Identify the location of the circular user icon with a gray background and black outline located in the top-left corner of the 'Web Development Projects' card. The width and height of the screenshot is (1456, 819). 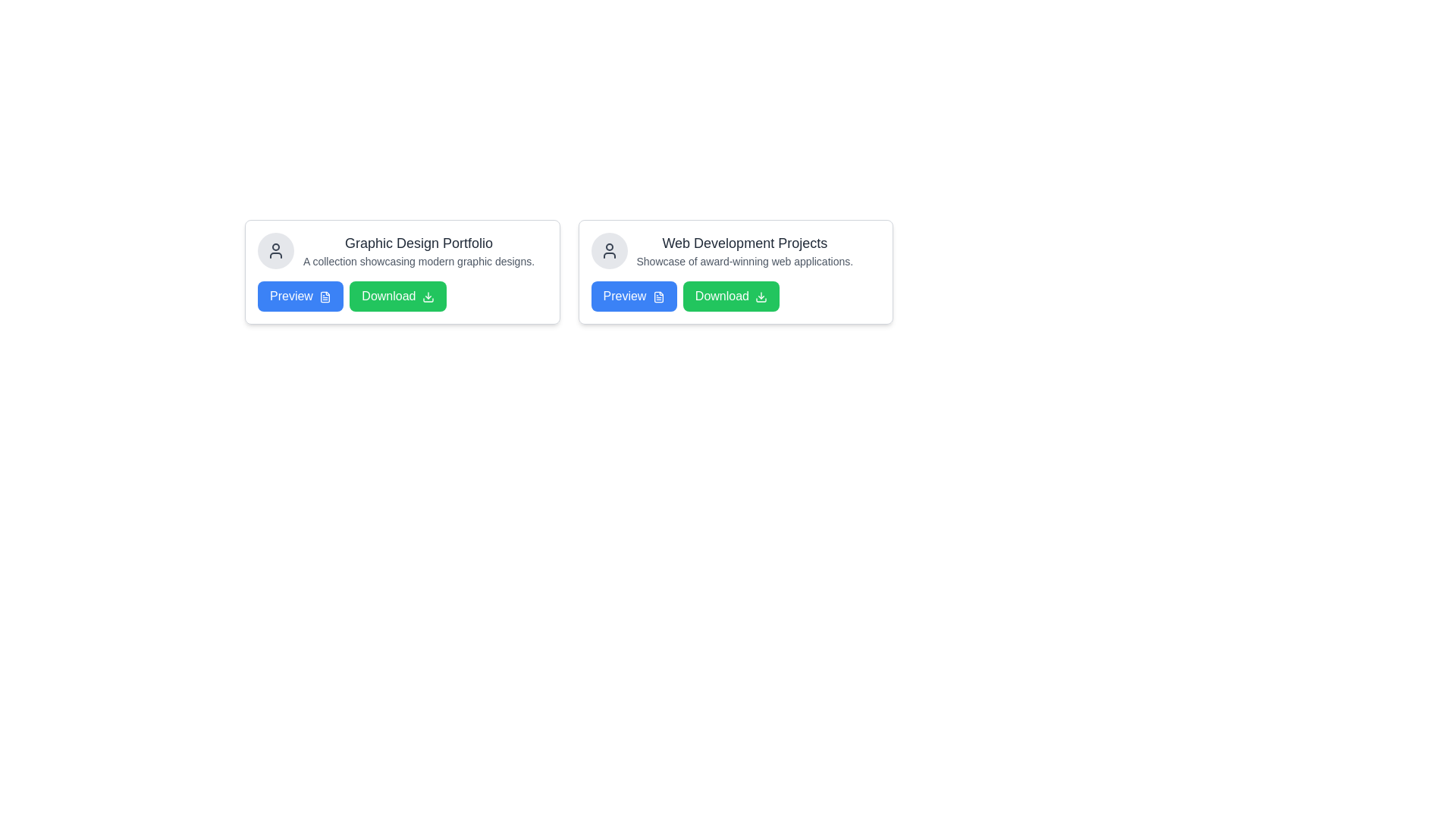
(609, 250).